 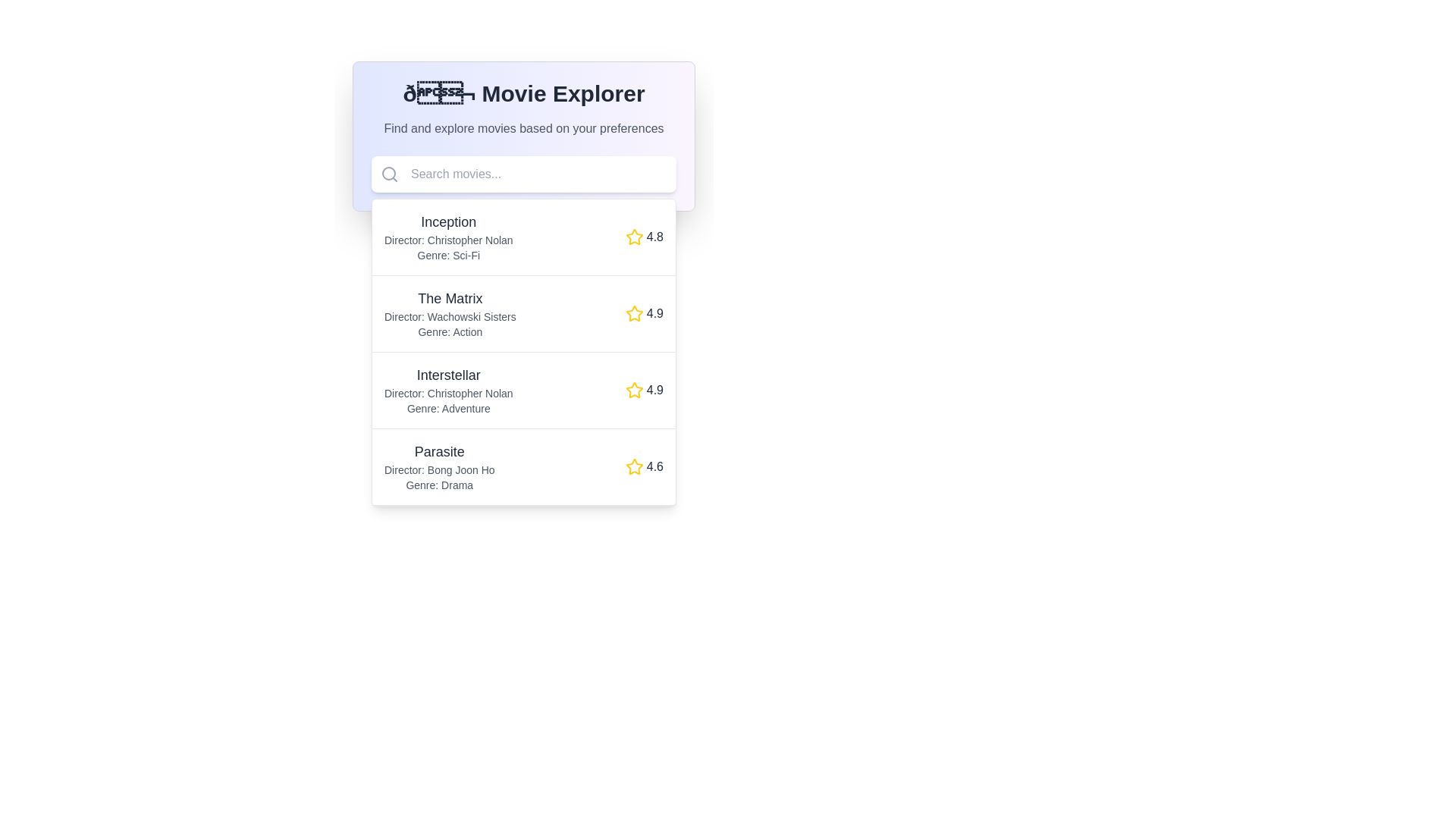 What do you see at coordinates (438, 485) in the screenshot?
I see `the static text label displaying 'Genre: Drama', which is styled in light gray and positioned below the 'Director: Bong Joon Ho' text within the entry for 'Parasite'` at bounding box center [438, 485].